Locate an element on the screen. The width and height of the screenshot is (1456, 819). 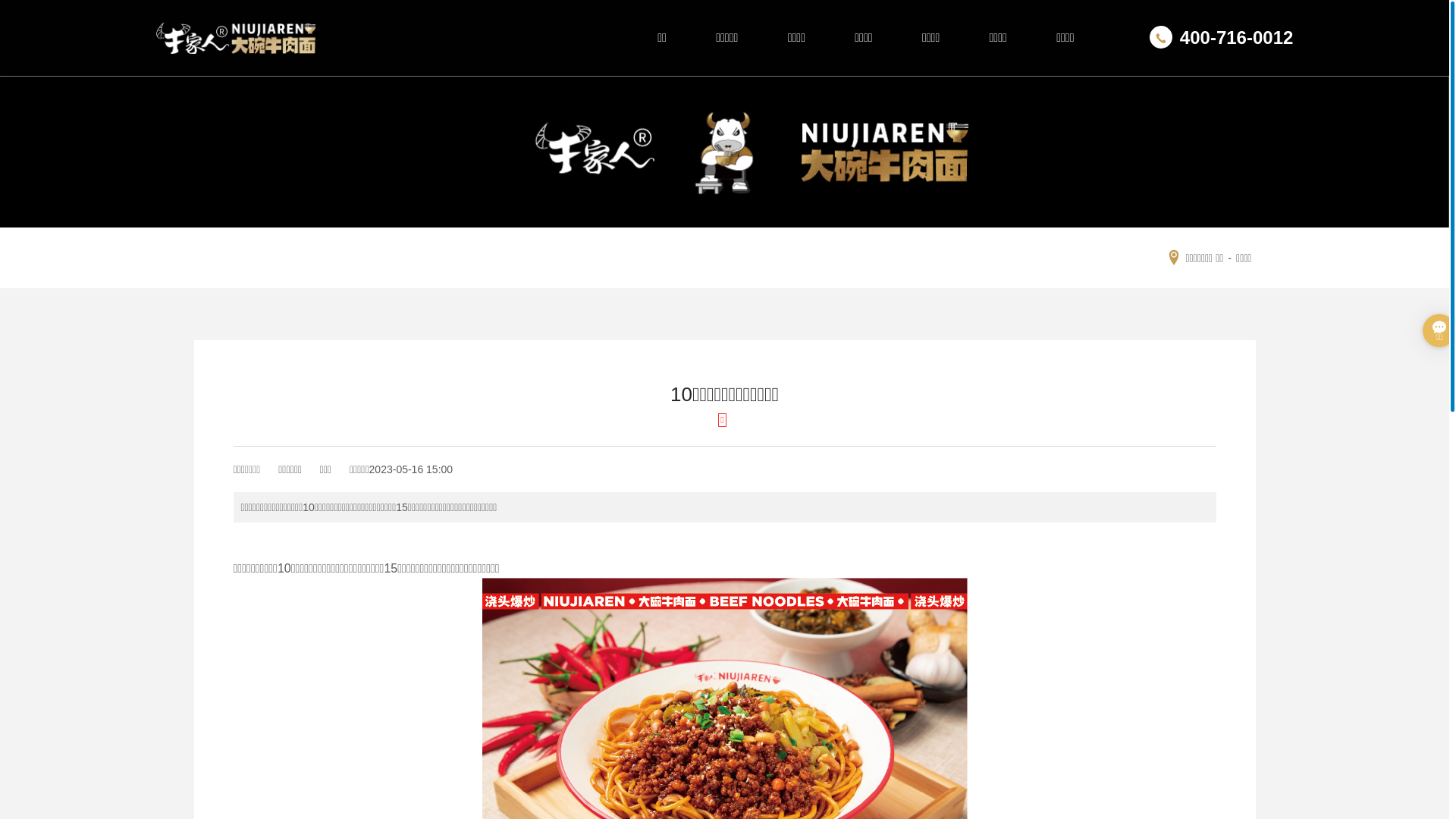
'400-716-0012' is located at coordinates (1221, 37).